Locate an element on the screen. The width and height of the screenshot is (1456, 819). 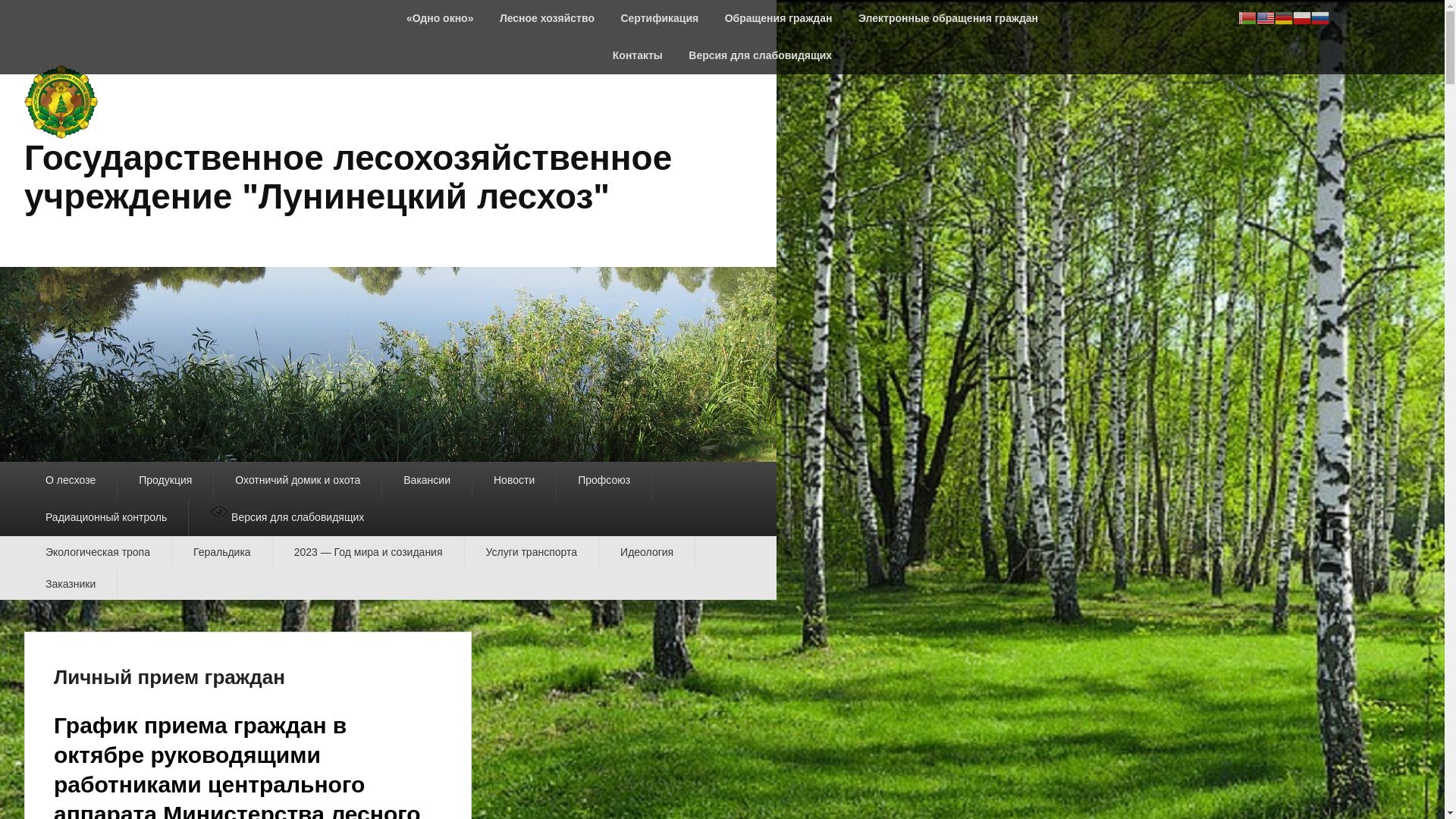
'German' is located at coordinates (1274, 17).